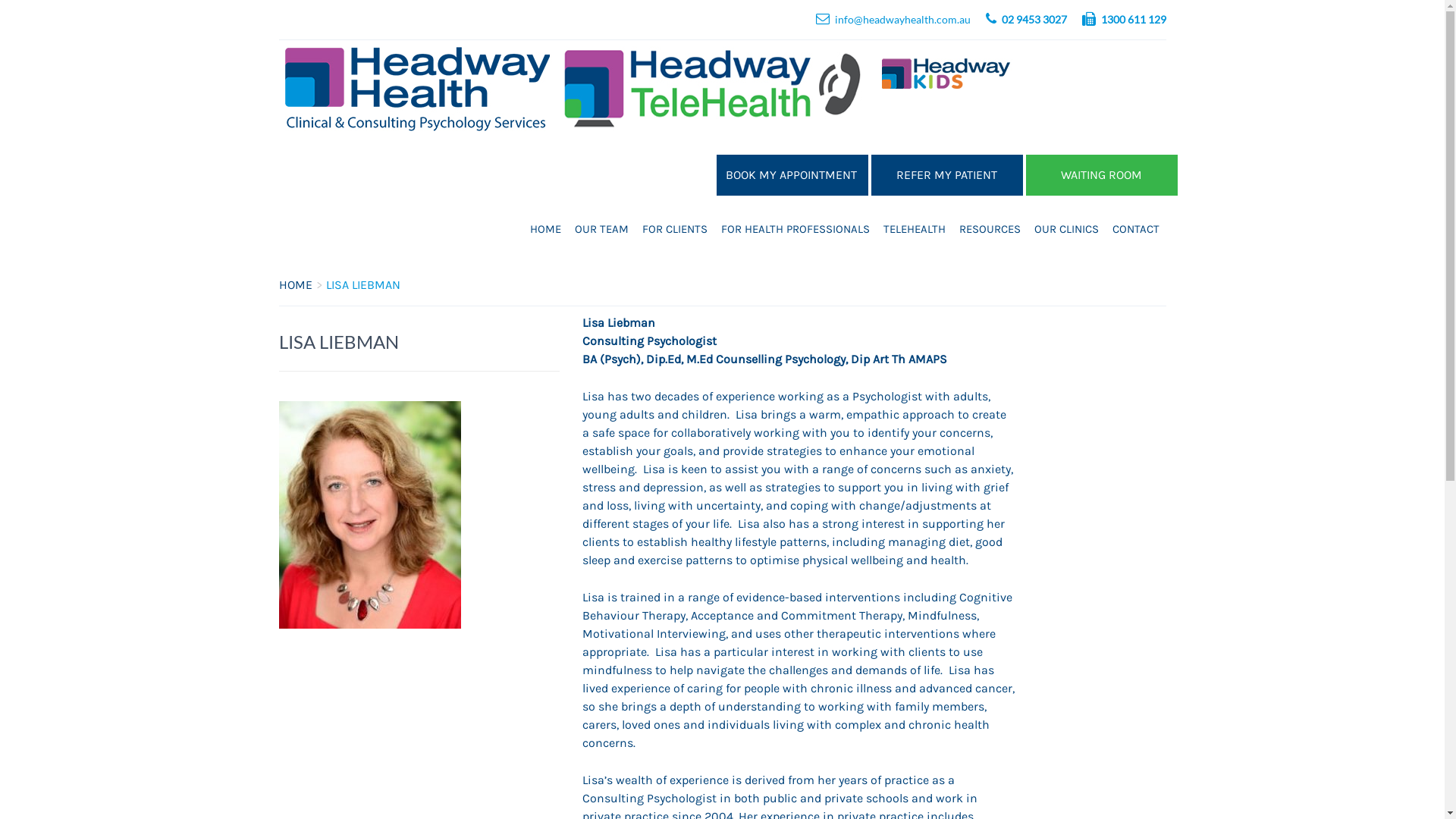 Image resolution: width=1456 pixels, height=819 pixels. What do you see at coordinates (990, 228) in the screenshot?
I see `'RESOURCES'` at bounding box center [990, 228].